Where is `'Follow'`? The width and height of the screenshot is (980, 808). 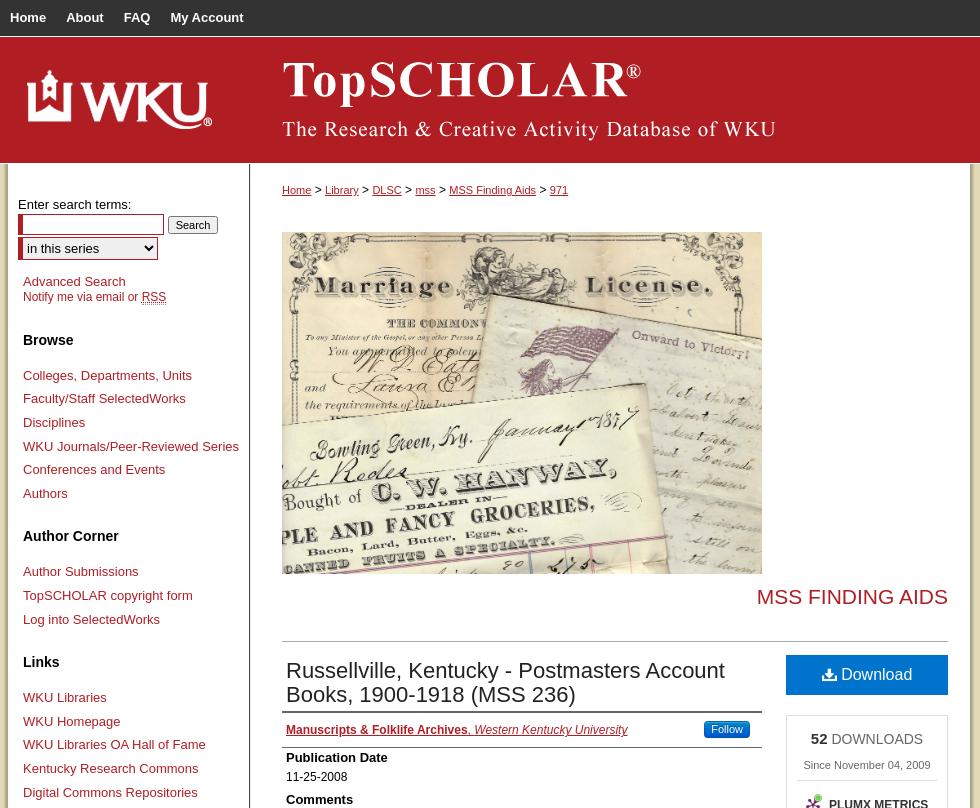
'Follow' is located at coordinates (726, 727).